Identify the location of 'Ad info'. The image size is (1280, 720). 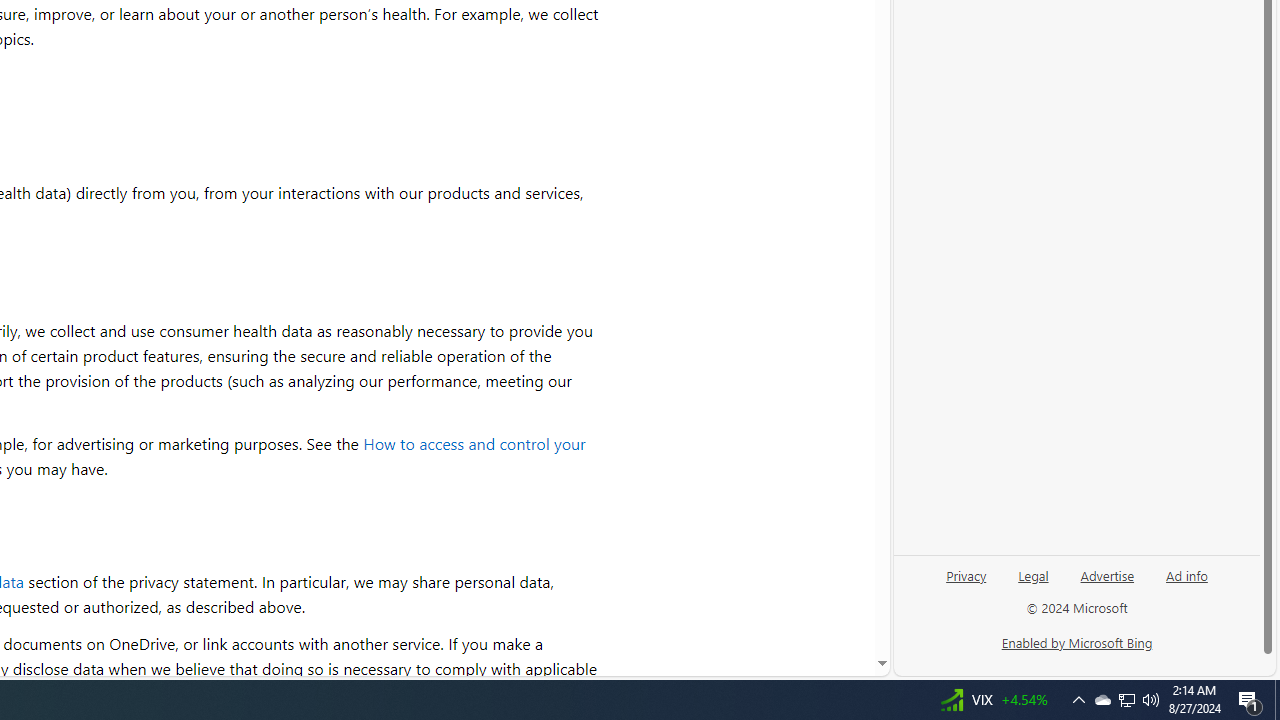
(1187, 574).